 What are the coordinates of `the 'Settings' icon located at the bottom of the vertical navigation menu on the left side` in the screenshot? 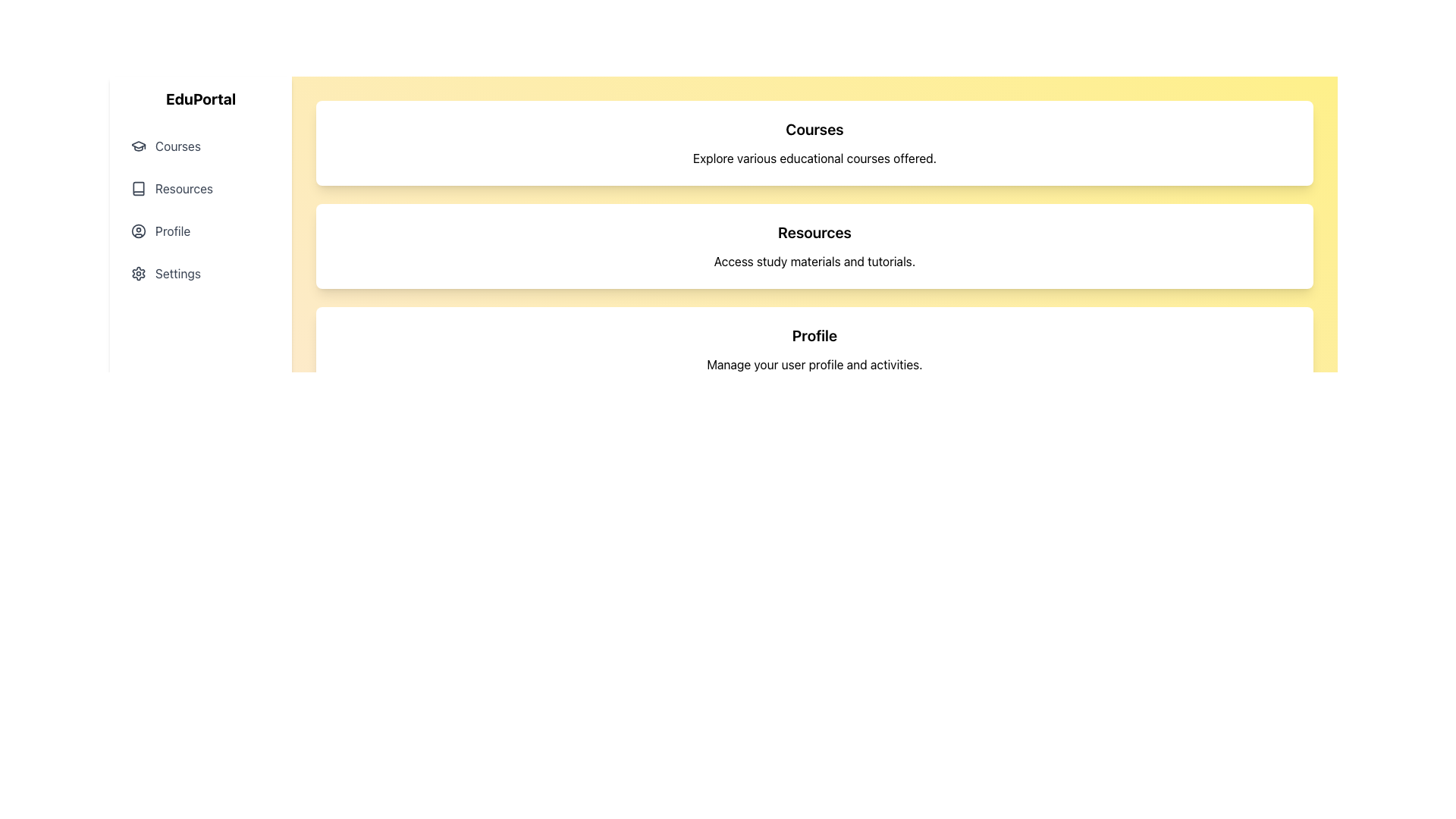 It's located at (138, 274).